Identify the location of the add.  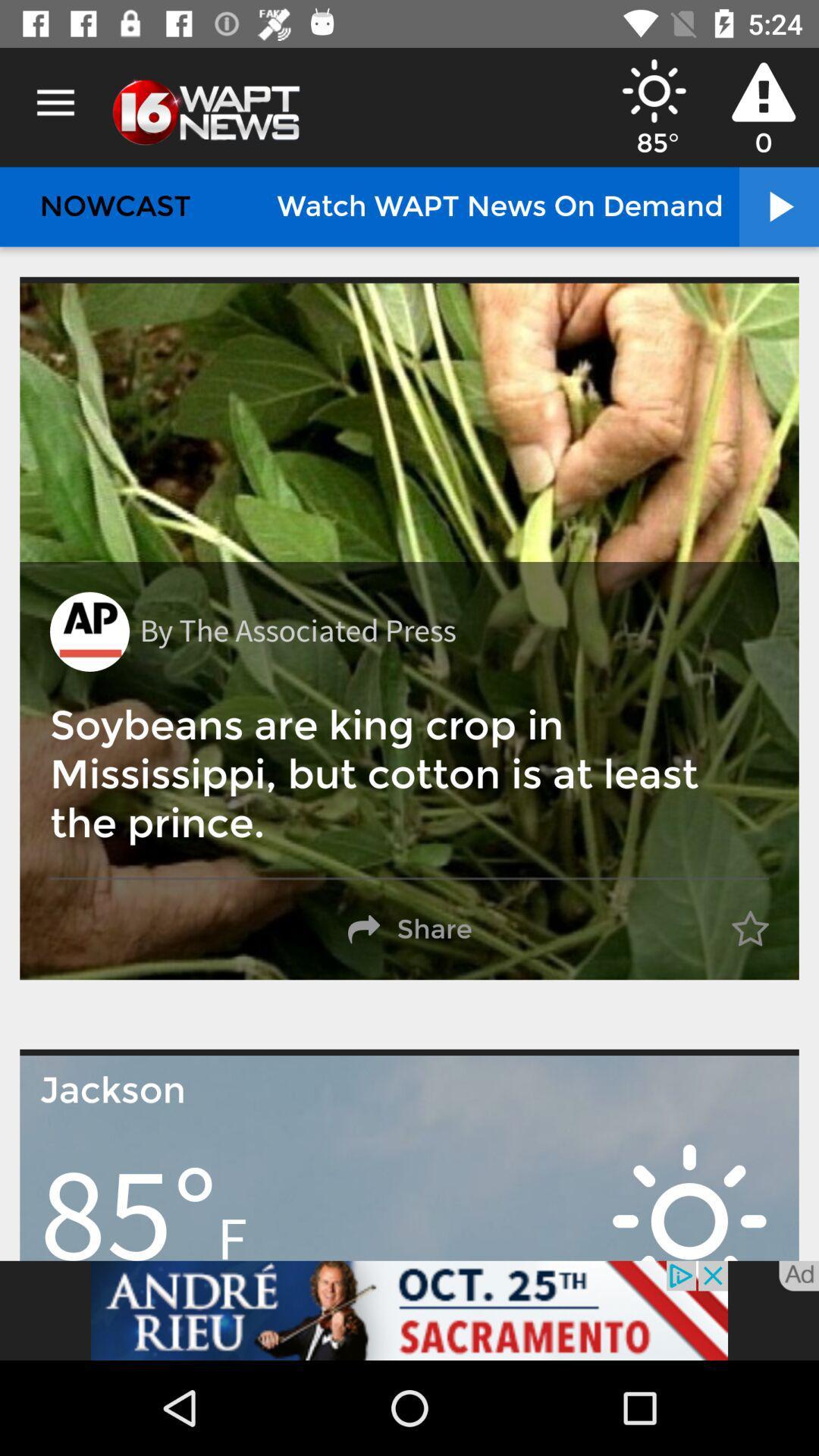
(409, 1310).